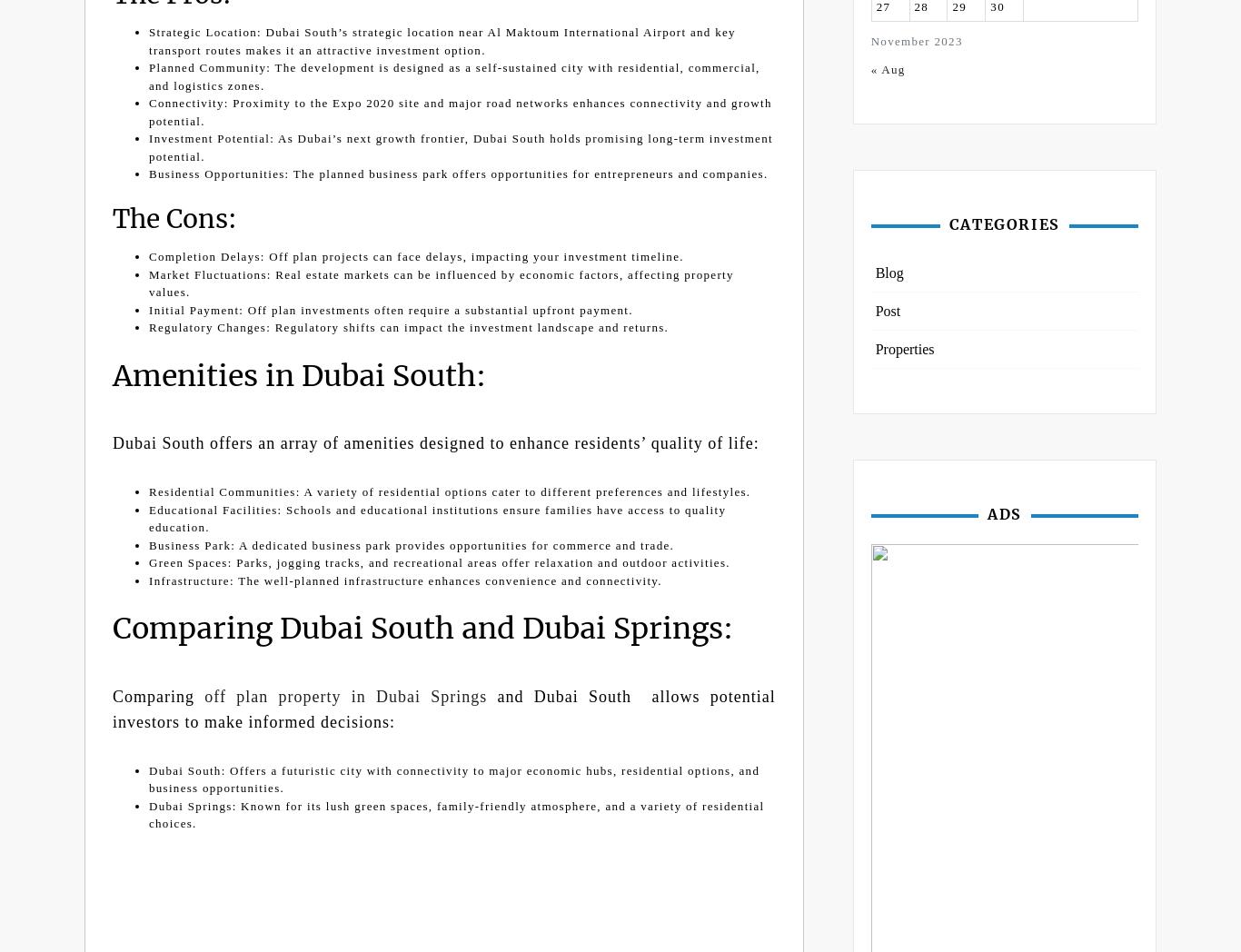  Describe the element at coordinates (439, 561) in the screenshot. I see `'Green Spaces: Parks, jogging tracks, and recreational areas offer relaxation and outdoor activities.'` at that location.